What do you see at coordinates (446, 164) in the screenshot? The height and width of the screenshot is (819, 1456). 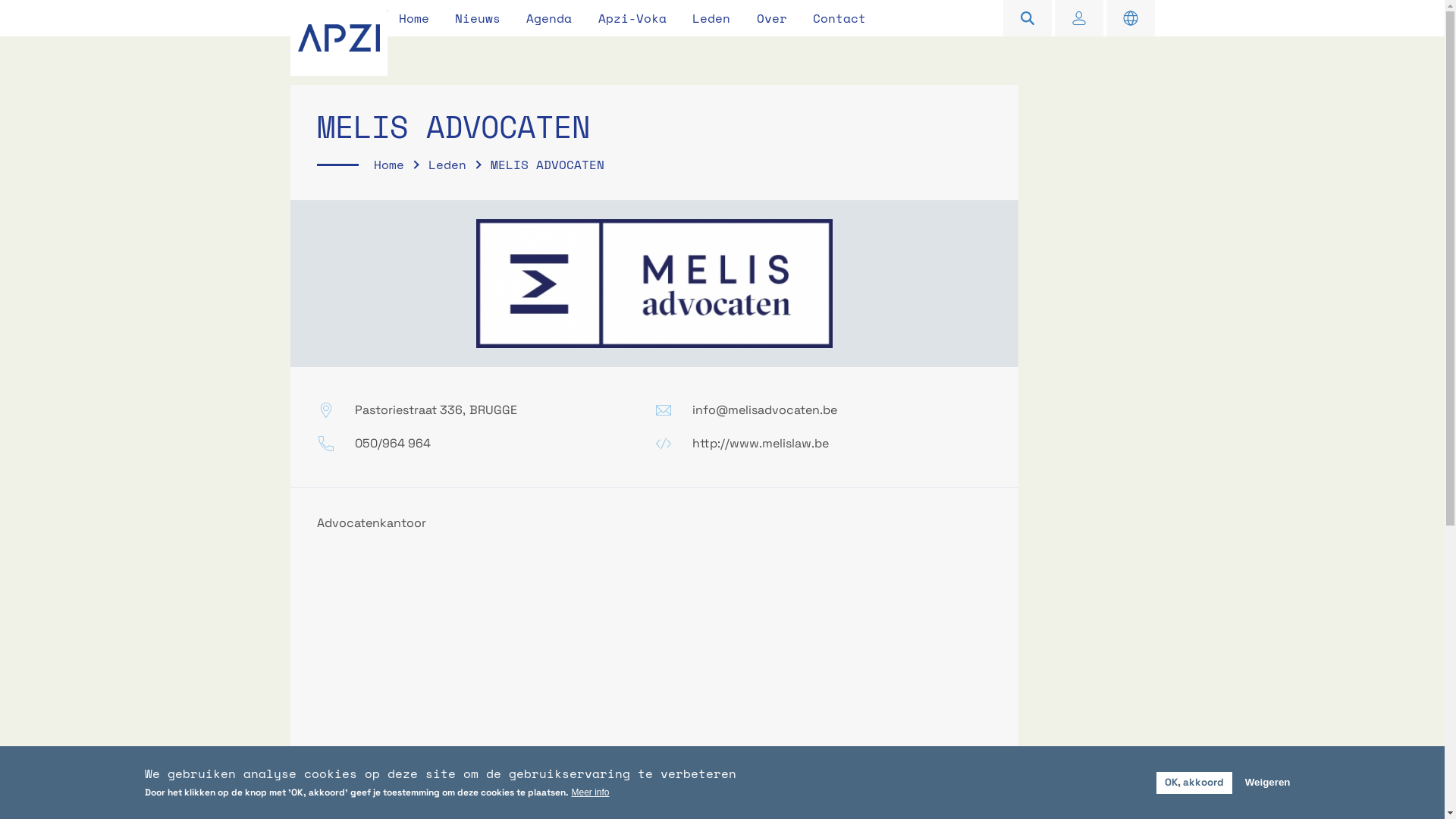 I see `'Leden'` at bounding box center [446, 164].